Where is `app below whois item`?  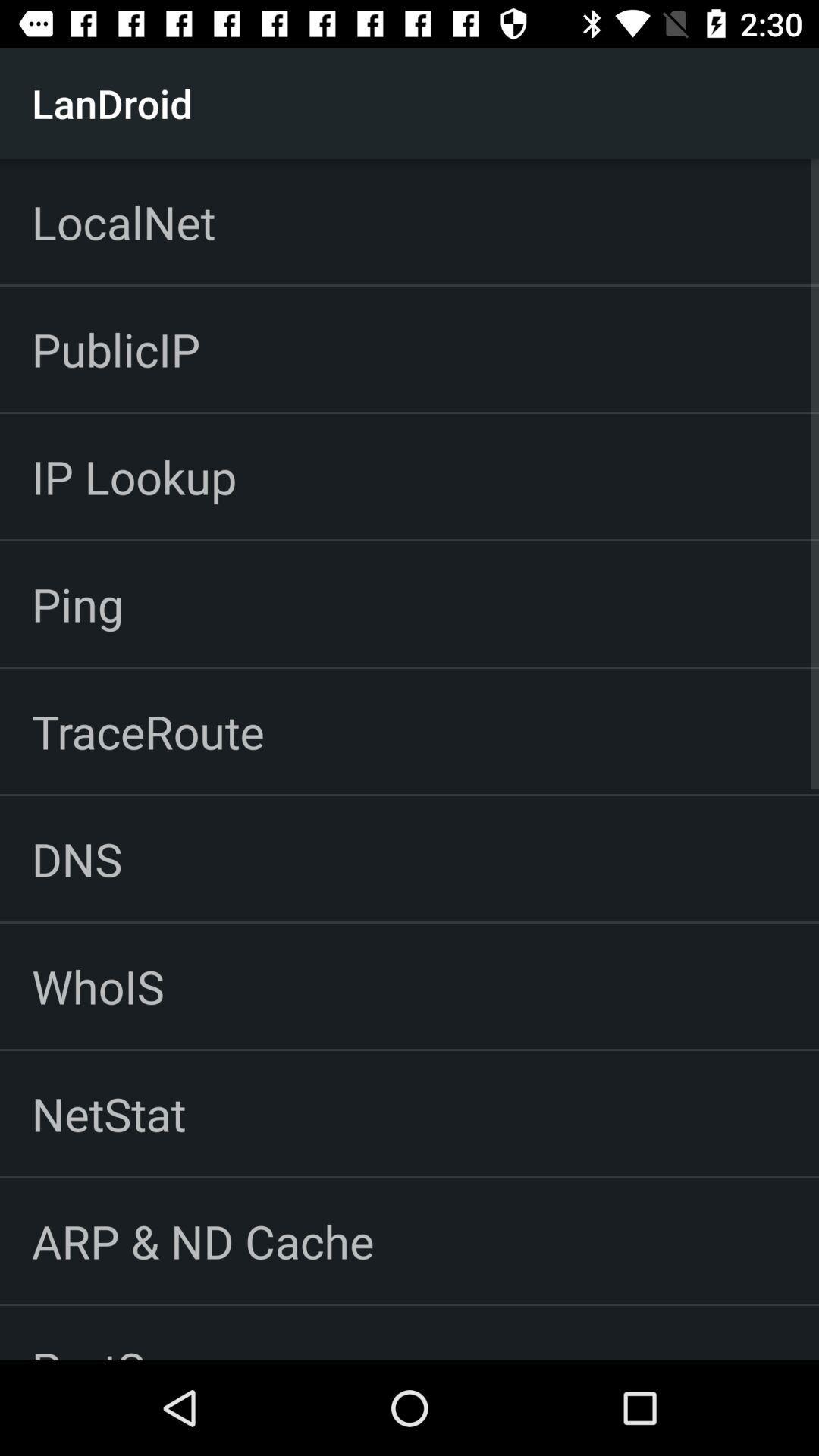
app below whois item is located at coordinates (108, 1113).